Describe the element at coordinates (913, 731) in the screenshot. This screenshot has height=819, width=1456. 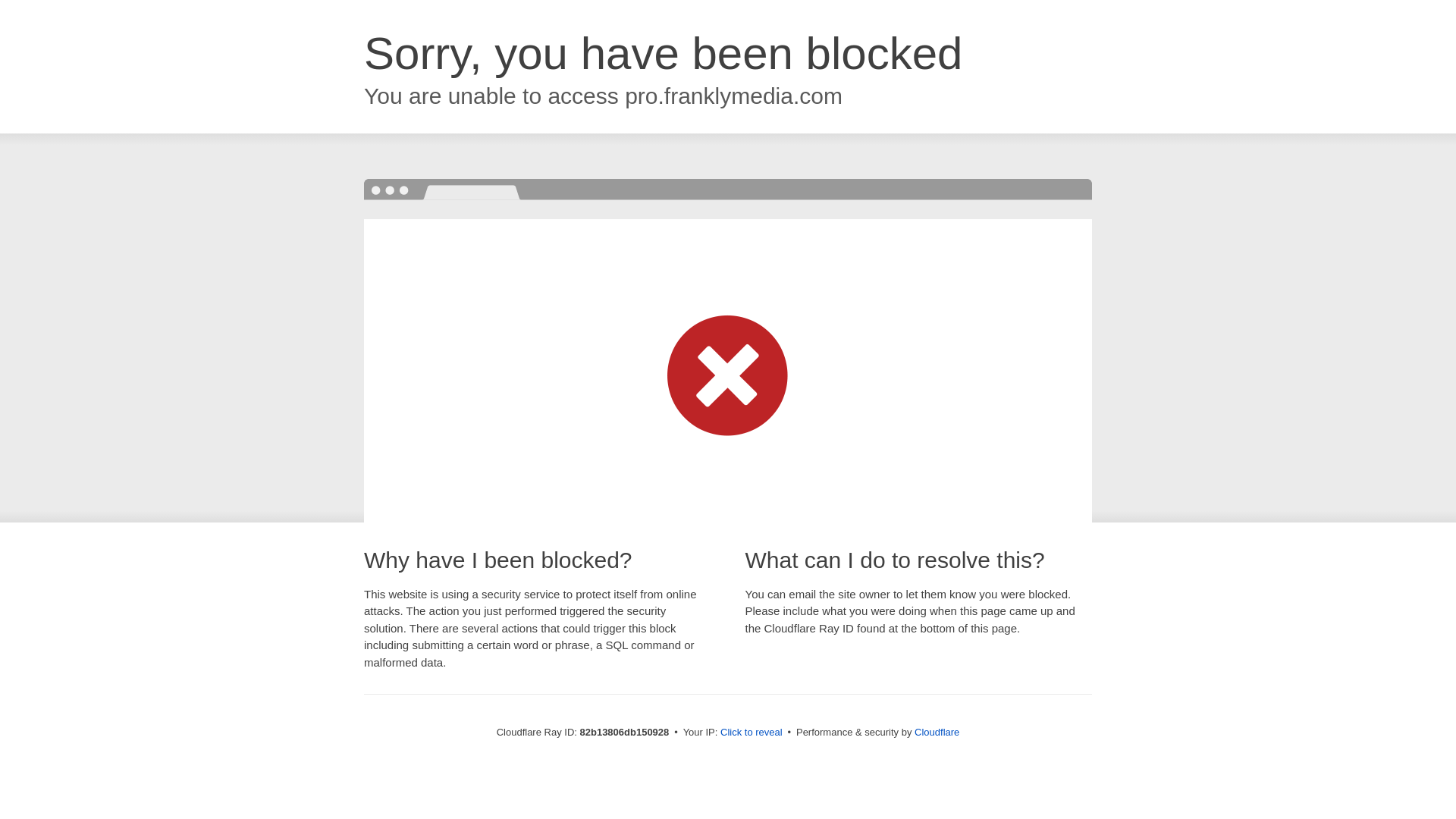
I see `'Cloudflare'` at that location.